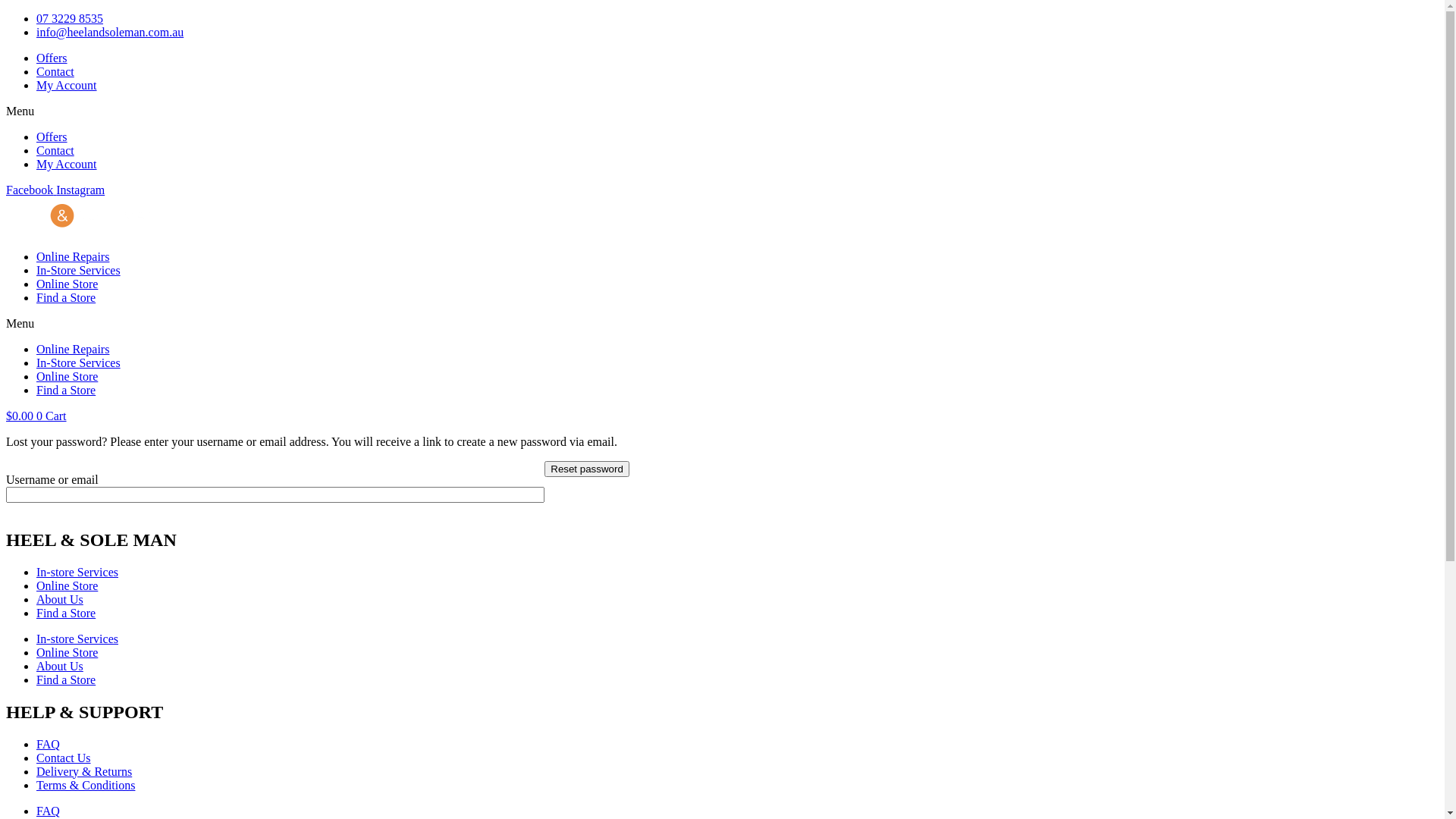 This screenshot has height=819, width=1456. Describe the element at coordinates (72, 256) in the screenshot. I see `'Online Repairs'` at that location.